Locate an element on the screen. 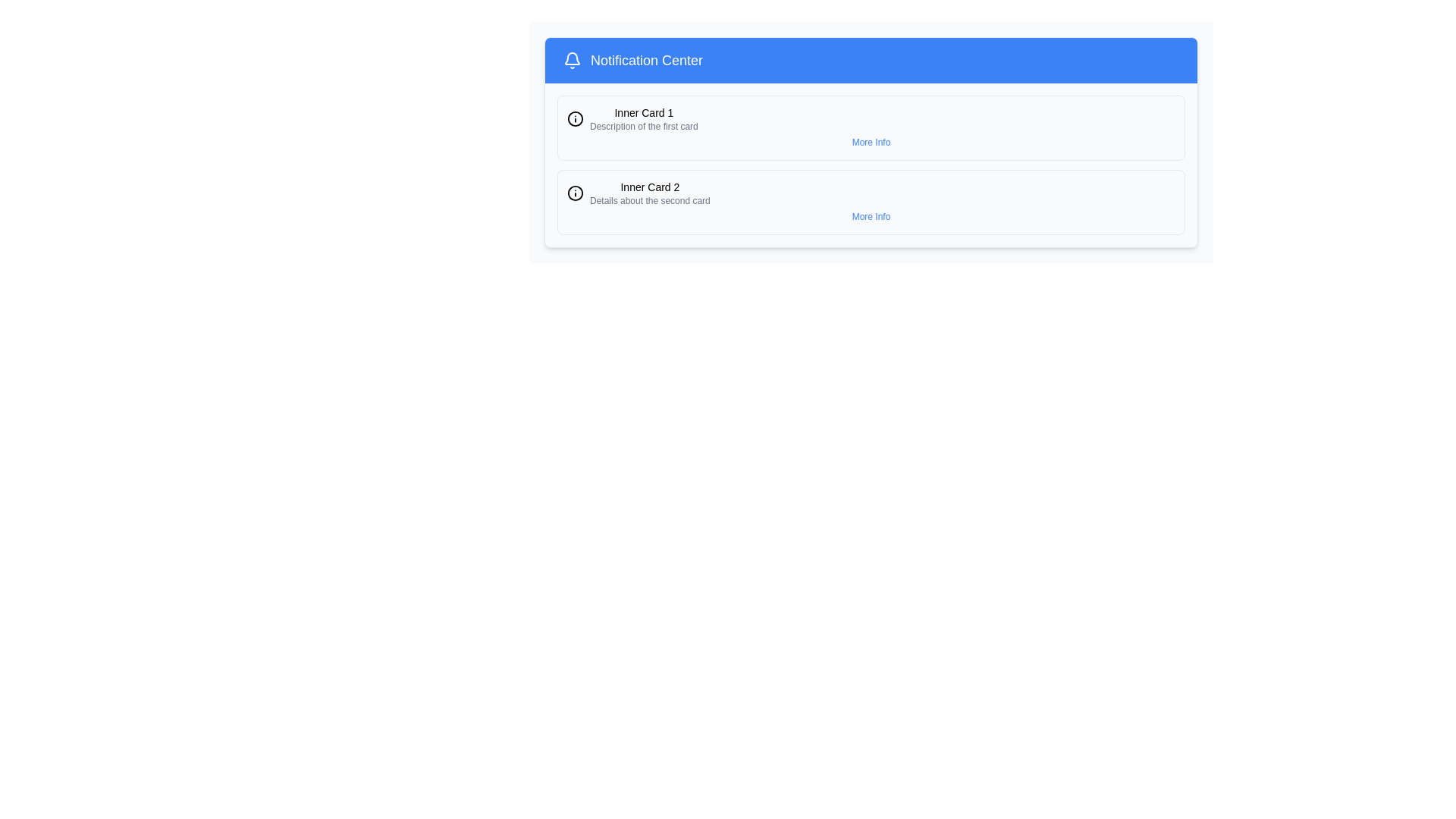 The height and width of the screenshot is (819, 1456). the visual information represented by the Icon located at the leftmost side of 'Inner Card 1' in the Notification Center interface is located at coordinates (574, 118).